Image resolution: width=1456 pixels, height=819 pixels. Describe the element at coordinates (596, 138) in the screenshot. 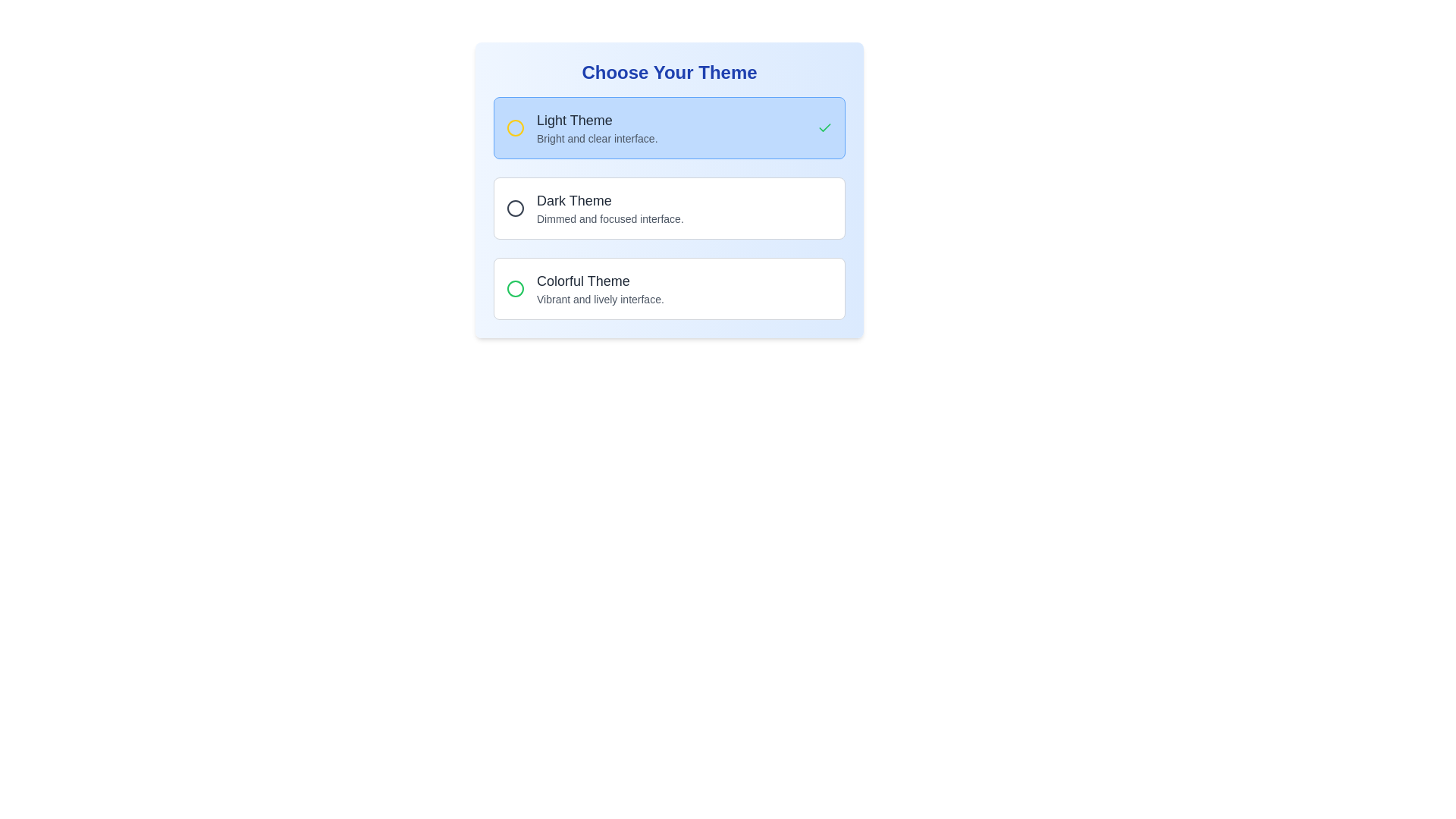

I see `the descriptive text element located below the 'Light Theme' title, which provides additional context about the 'Light Theme' option` at that location.